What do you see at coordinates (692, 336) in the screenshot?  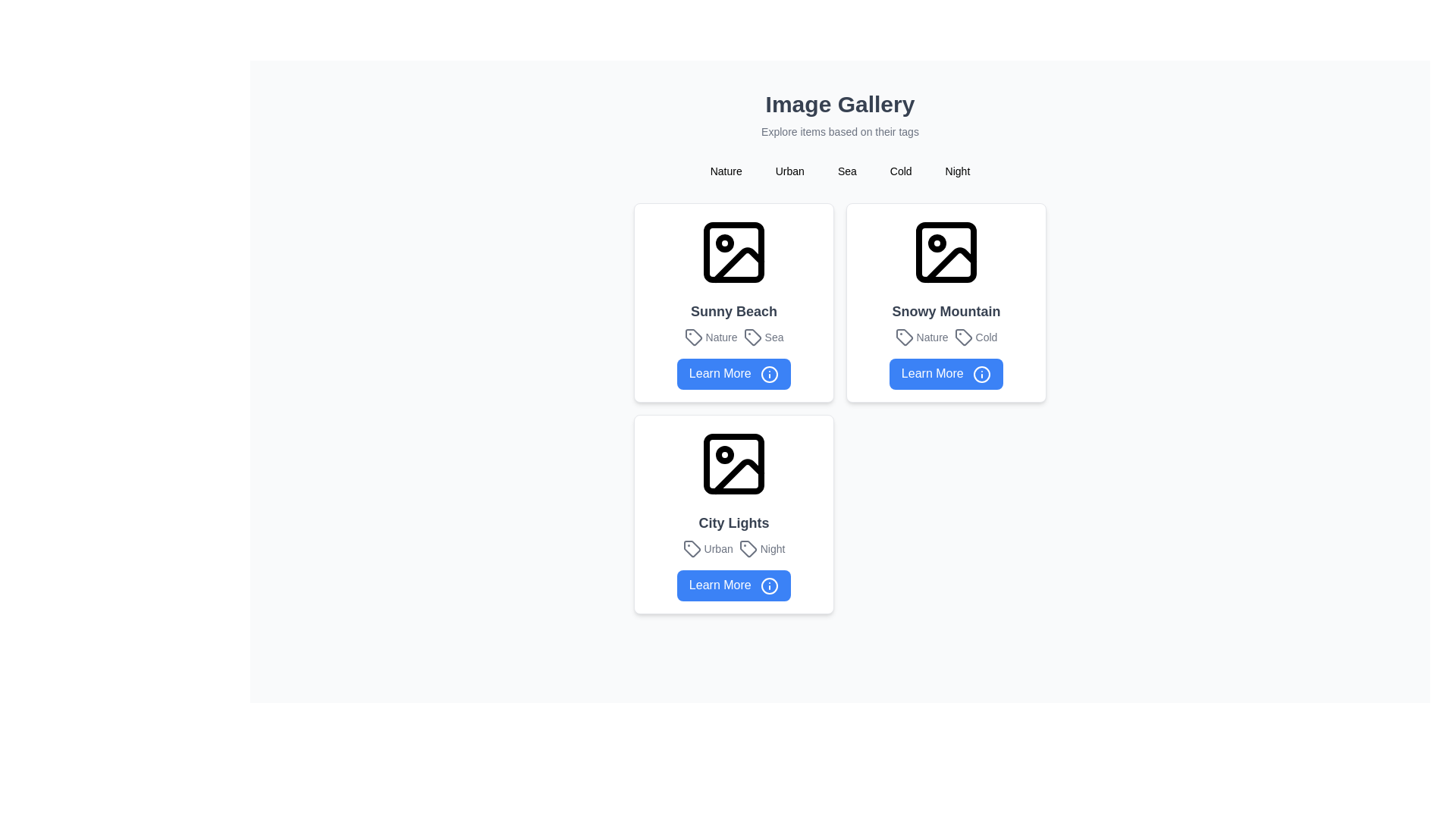 I see `the tag-like icon within the 'Sunny Beach' card, which visually signifies or annotates the item type, positioned between 'Nature' and 'Sea'` at bounding box center [692, 336].